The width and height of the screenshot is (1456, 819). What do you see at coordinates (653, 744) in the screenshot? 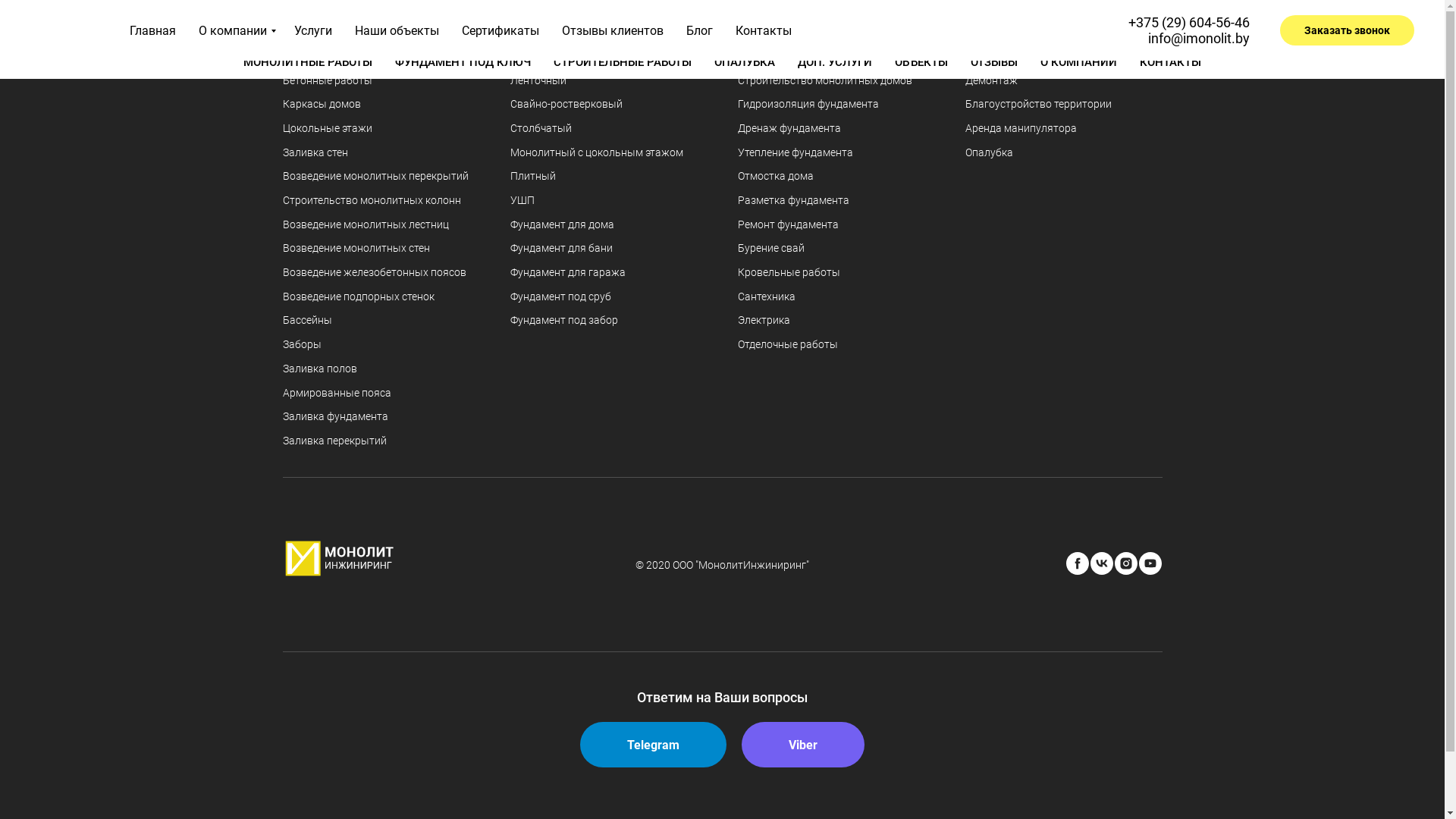
I see `'Telegram'` at bounding box center [653, 744].